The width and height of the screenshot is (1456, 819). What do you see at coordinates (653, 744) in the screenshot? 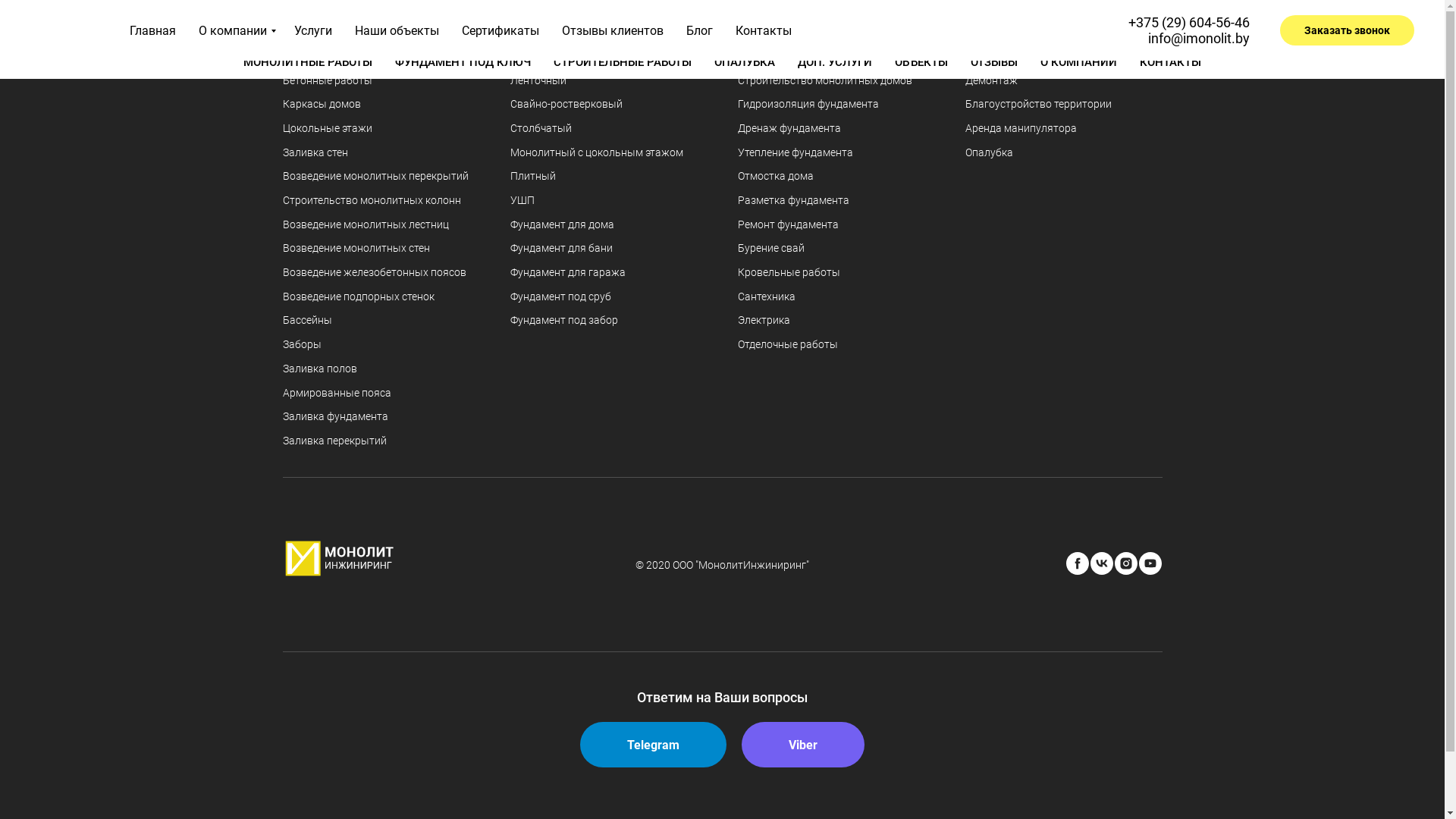
I see `'Telegram'` at bounding box center [653, 744].